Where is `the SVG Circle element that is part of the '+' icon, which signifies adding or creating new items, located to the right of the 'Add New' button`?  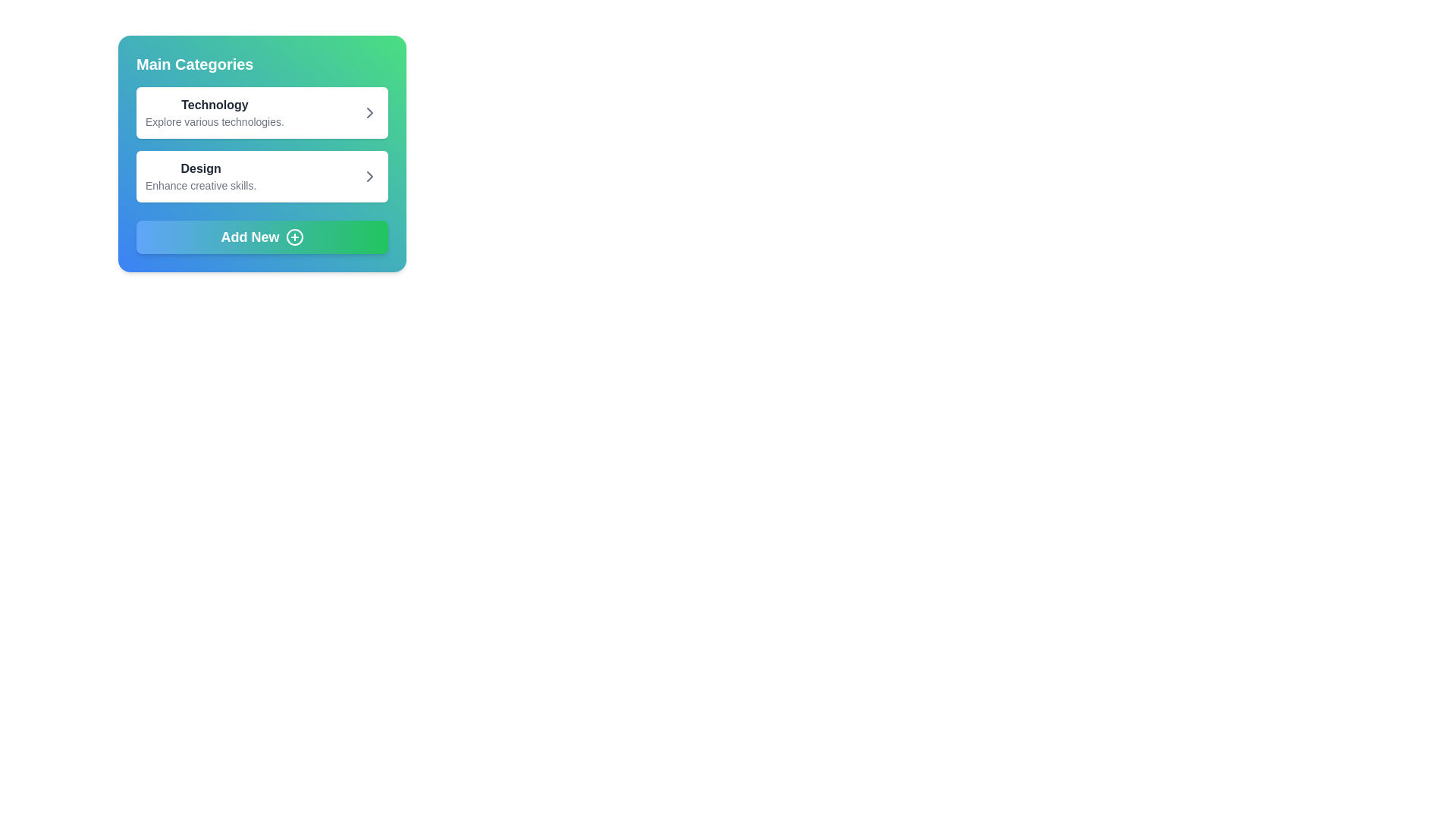 the SVG Circle element that is part of the '+' icon, which signifies adding or creating new items, located to the right of the 'Add New' button is located at coordinates (294, 237).